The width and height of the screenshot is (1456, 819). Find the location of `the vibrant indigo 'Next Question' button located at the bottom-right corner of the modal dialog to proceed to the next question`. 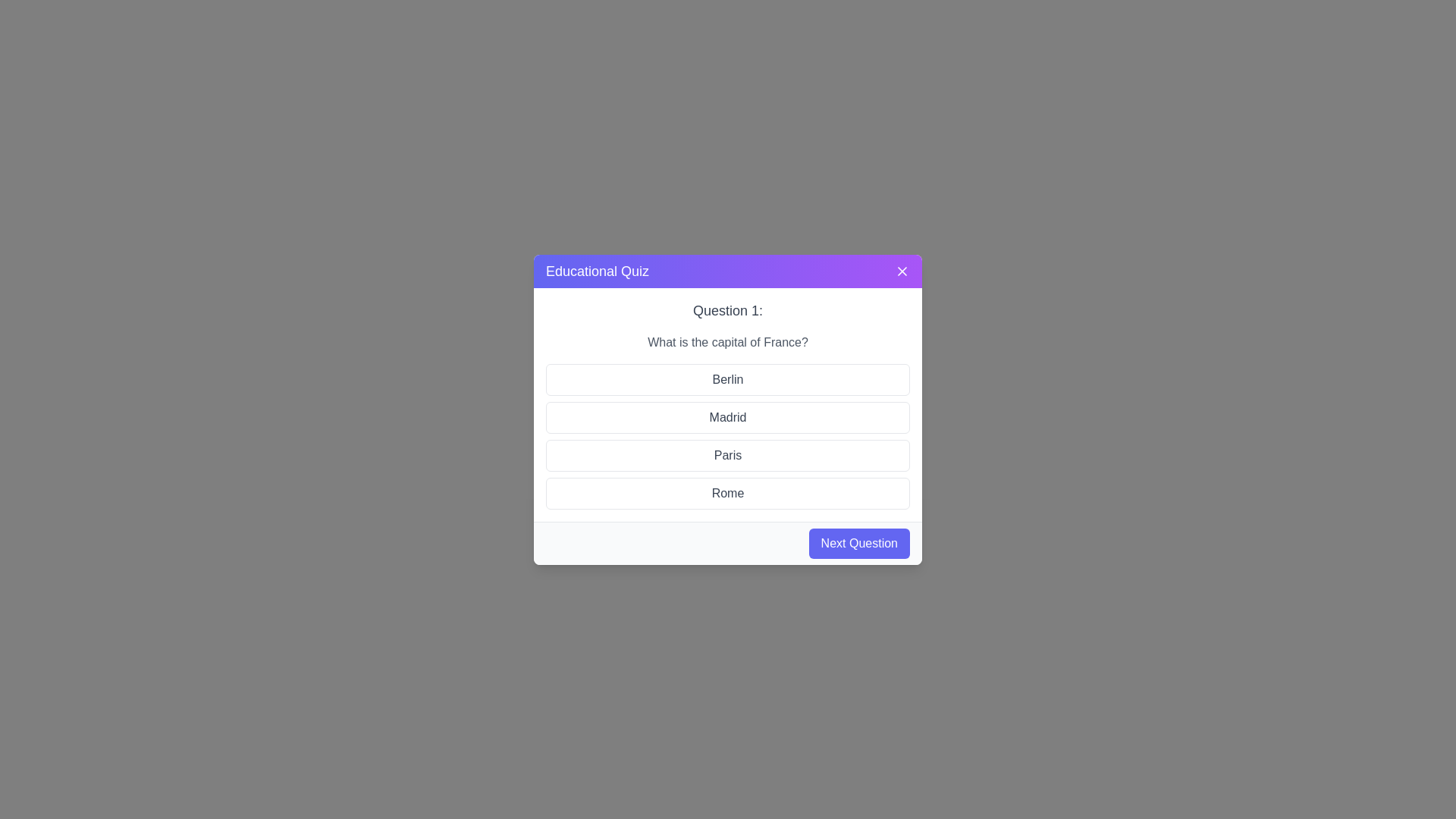

the vibrant indigo 'Next Question' button located at the bottom-right corner of the modal dialog to proceed to the next question is located at coordinates (859, 542).